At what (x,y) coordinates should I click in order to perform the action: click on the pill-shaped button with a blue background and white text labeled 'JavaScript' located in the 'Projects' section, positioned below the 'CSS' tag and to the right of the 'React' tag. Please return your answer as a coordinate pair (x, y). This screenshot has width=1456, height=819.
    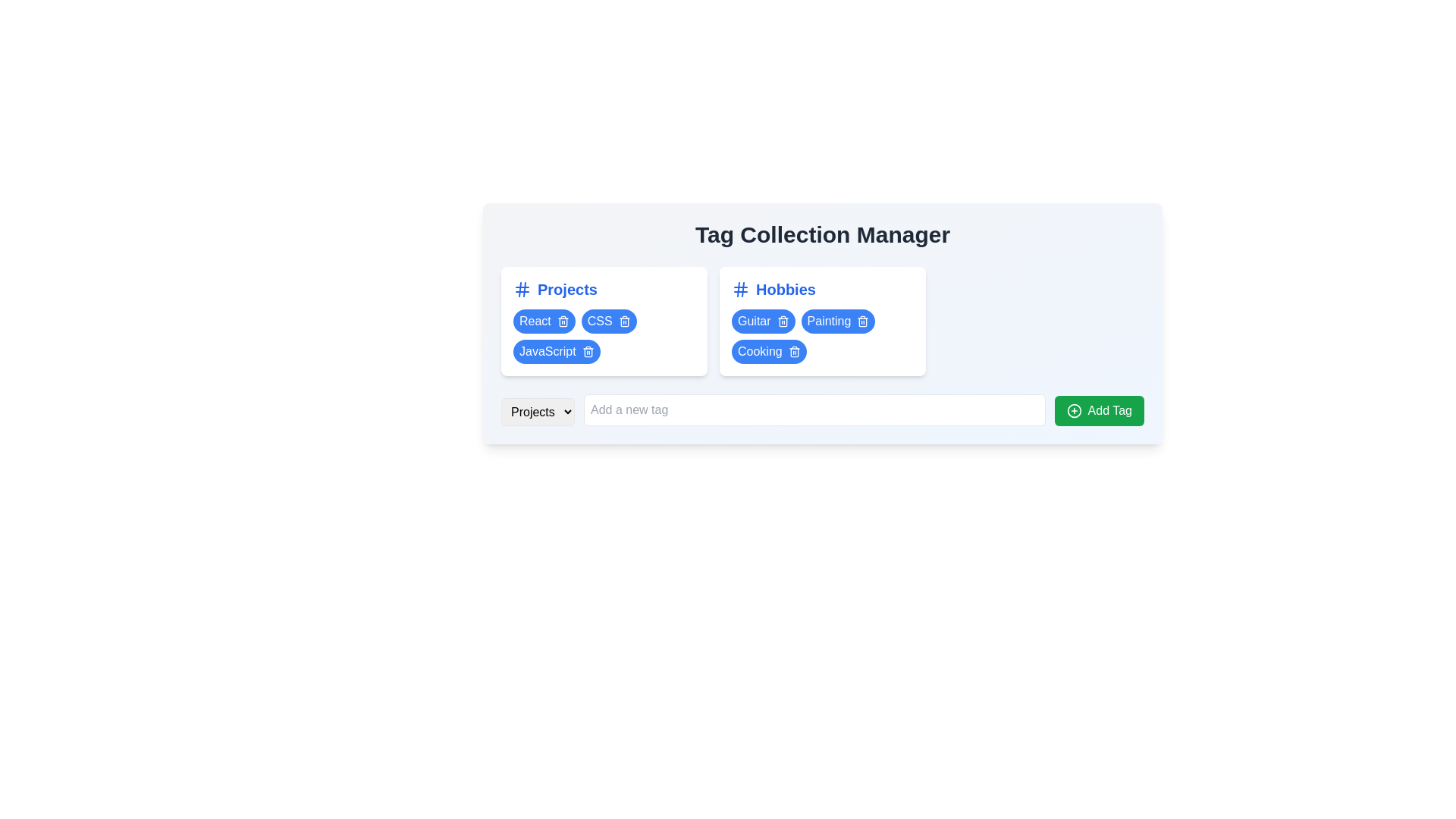
    Looking at the image, I should click on (556, 351).